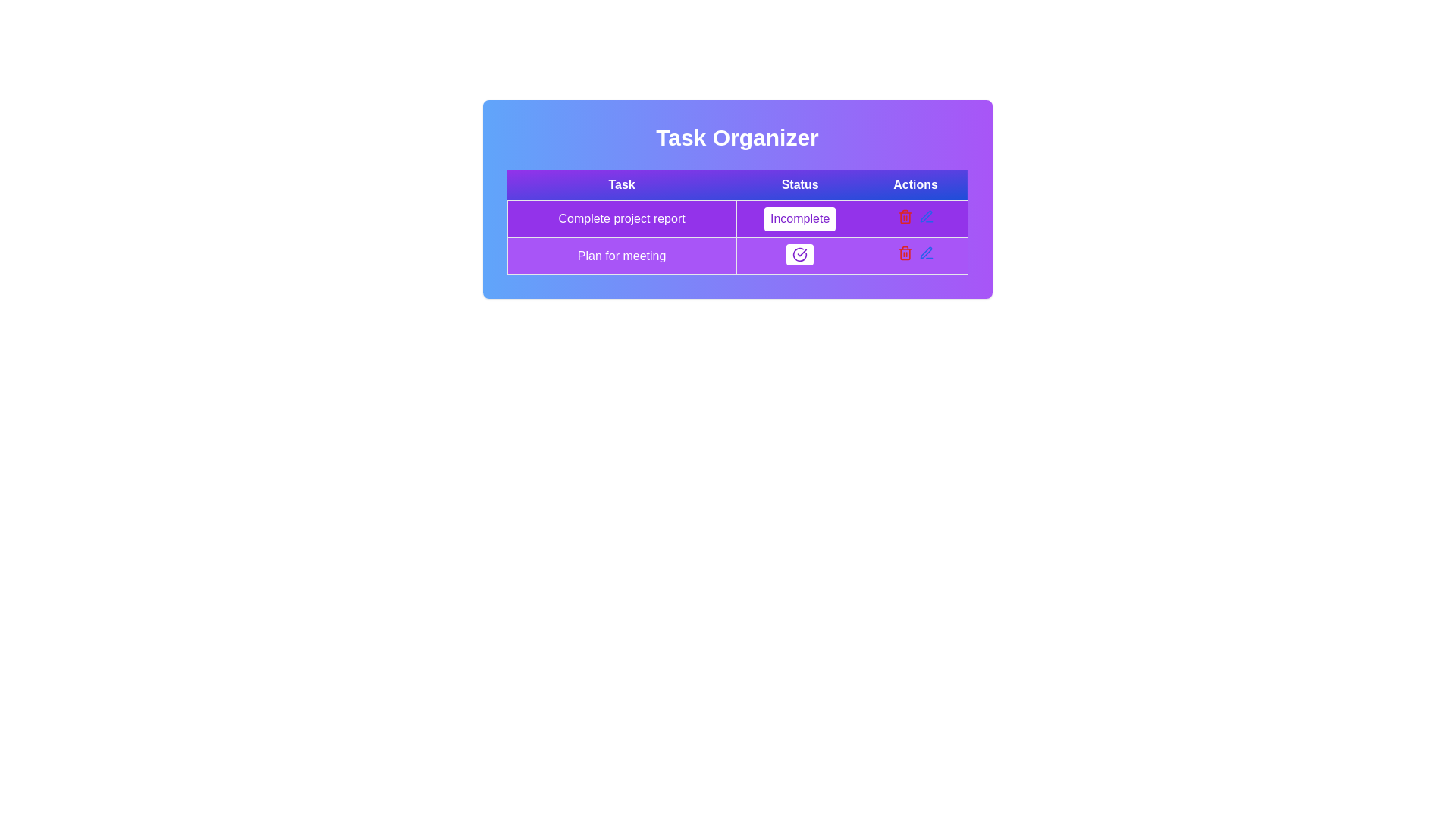  I want to click on the purple circular icon with a checkmark within it, located in the second row under the 'Status' column for the task 'Plan for meeting', to mark the task as complete or confirmed, so click(799, 253).